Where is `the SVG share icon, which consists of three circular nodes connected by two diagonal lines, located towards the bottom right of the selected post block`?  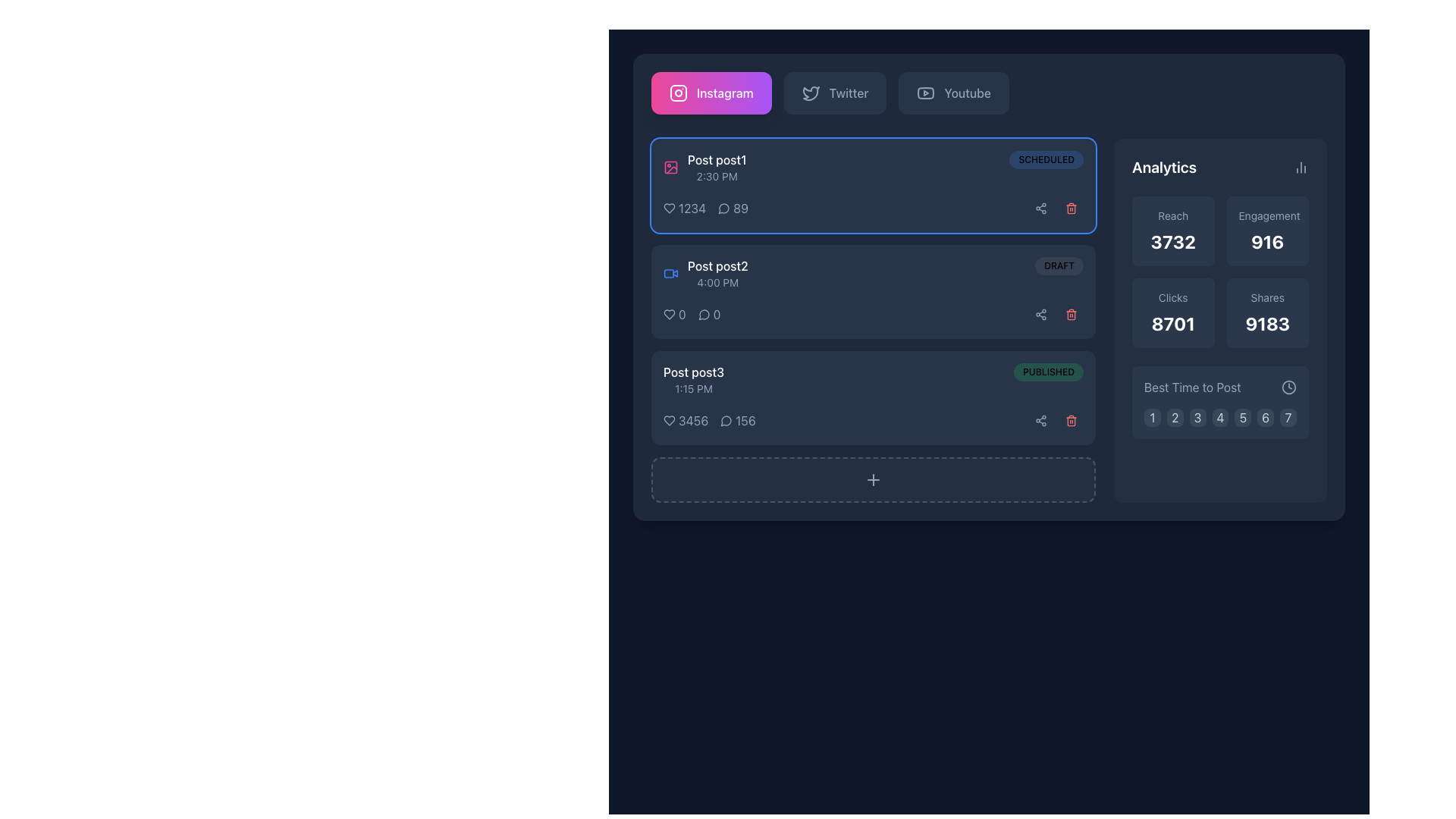 the SVG share icon, which consists of three circular nodes connected by two diagonal lines, located towards the bottom right of the selected post block is located at coordinates (1040, 421).